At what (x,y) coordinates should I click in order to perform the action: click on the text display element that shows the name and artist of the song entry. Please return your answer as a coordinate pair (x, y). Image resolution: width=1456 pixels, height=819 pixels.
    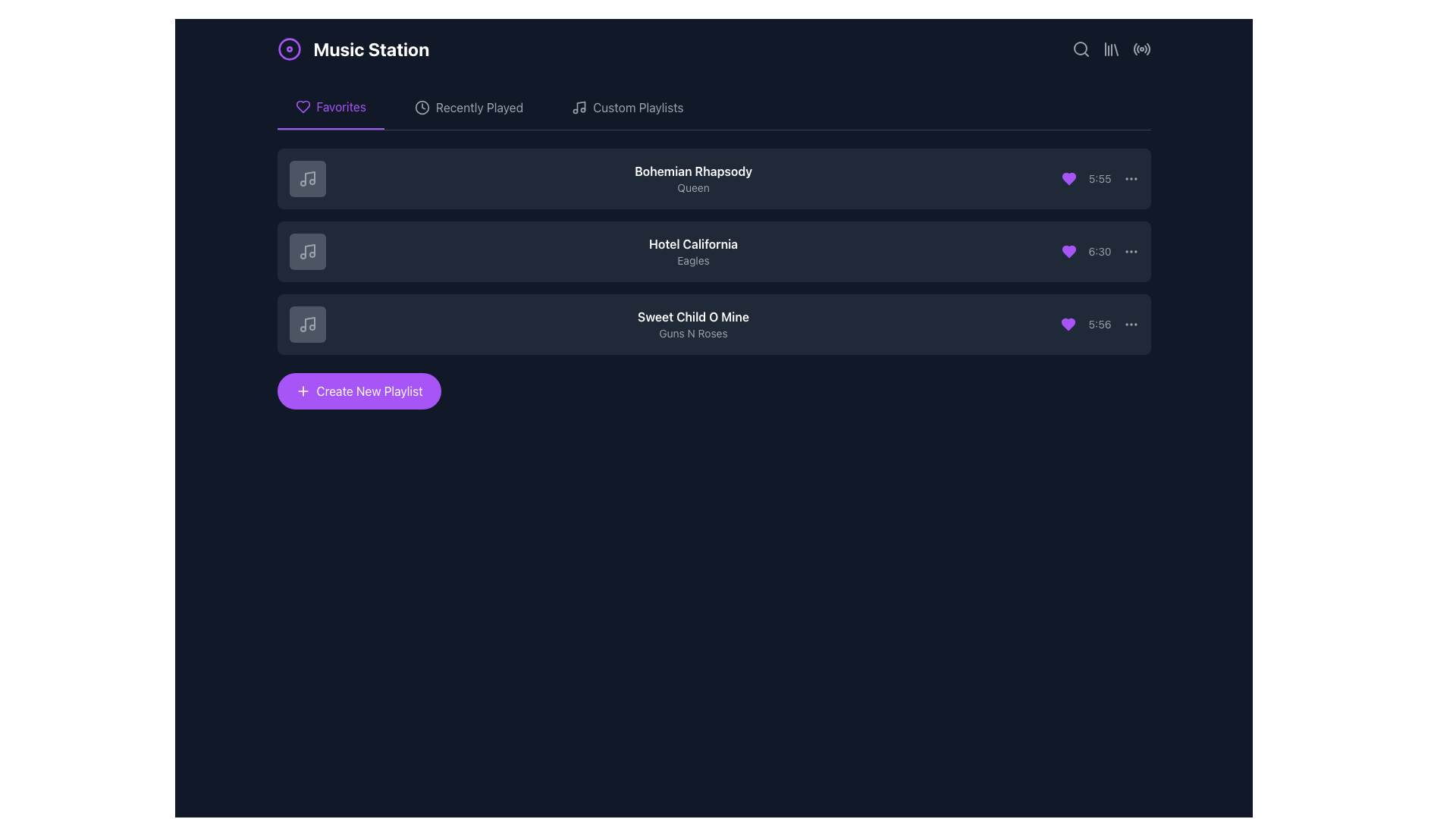
    Looking at the image, I should click on (692, 250).